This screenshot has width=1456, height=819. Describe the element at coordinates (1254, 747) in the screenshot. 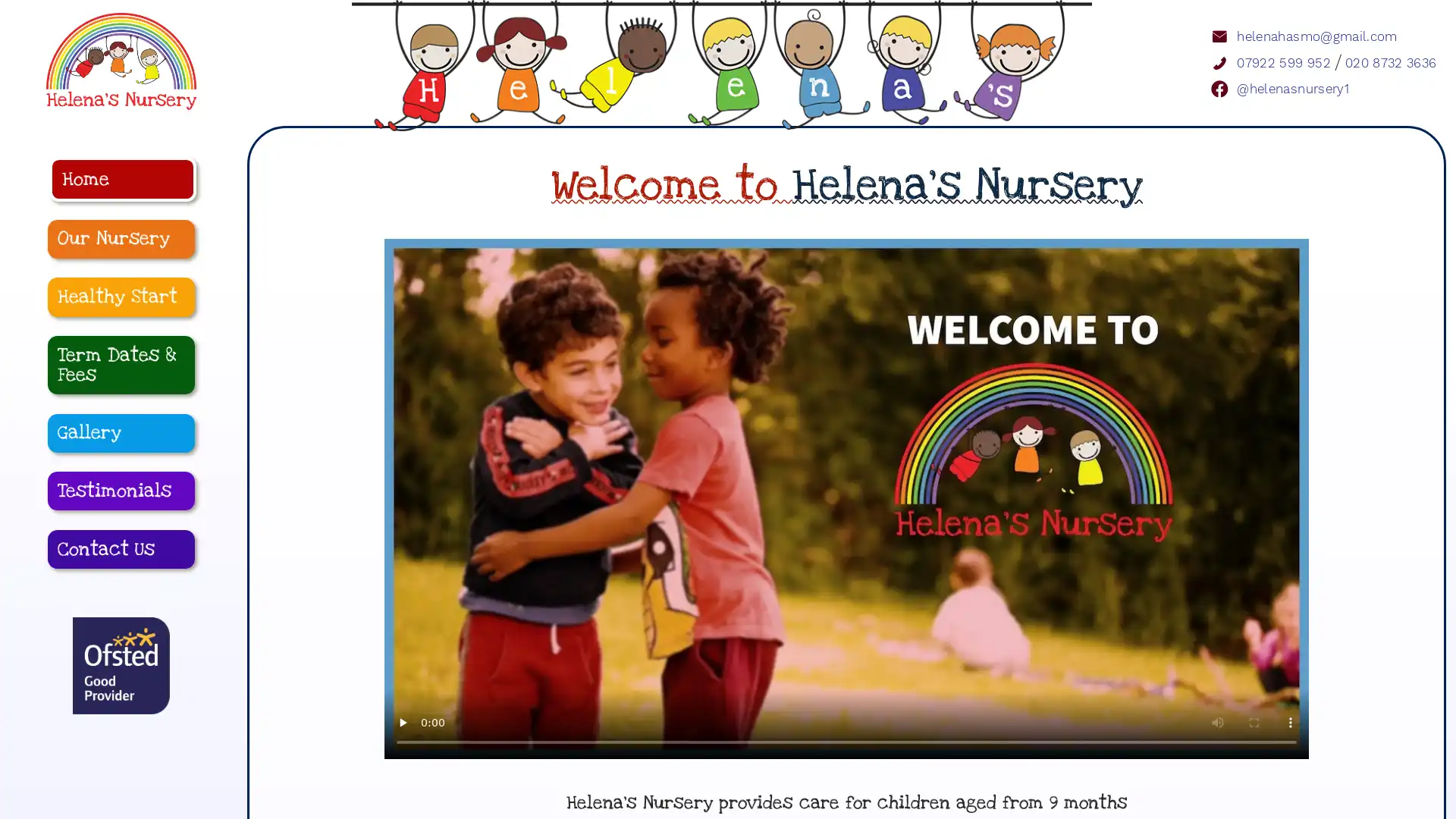

I see `enter full screen` at that location.